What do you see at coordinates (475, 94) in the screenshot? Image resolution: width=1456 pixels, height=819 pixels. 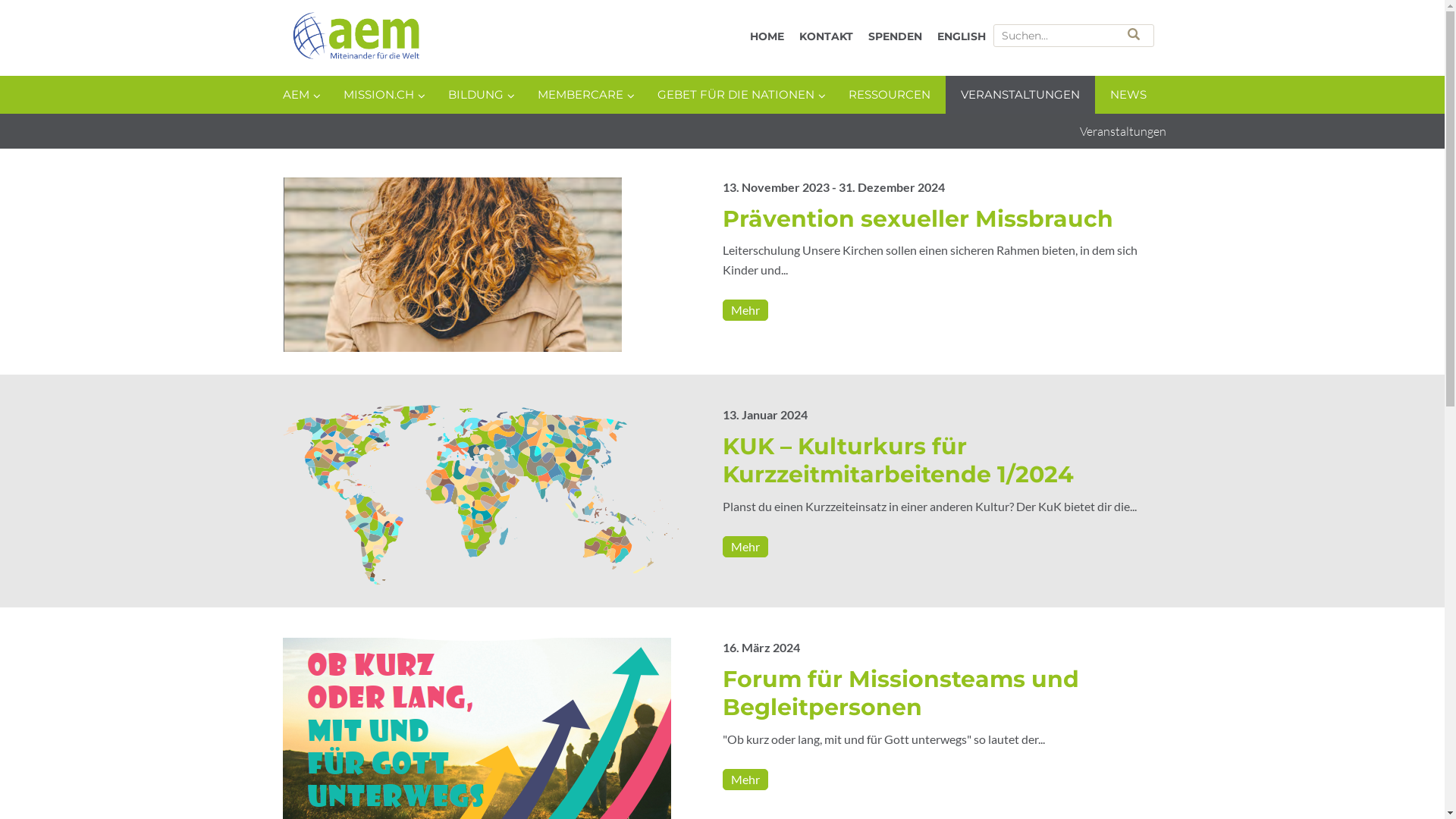 I see `'BILDUNG'` at bounding box center [475, 94].